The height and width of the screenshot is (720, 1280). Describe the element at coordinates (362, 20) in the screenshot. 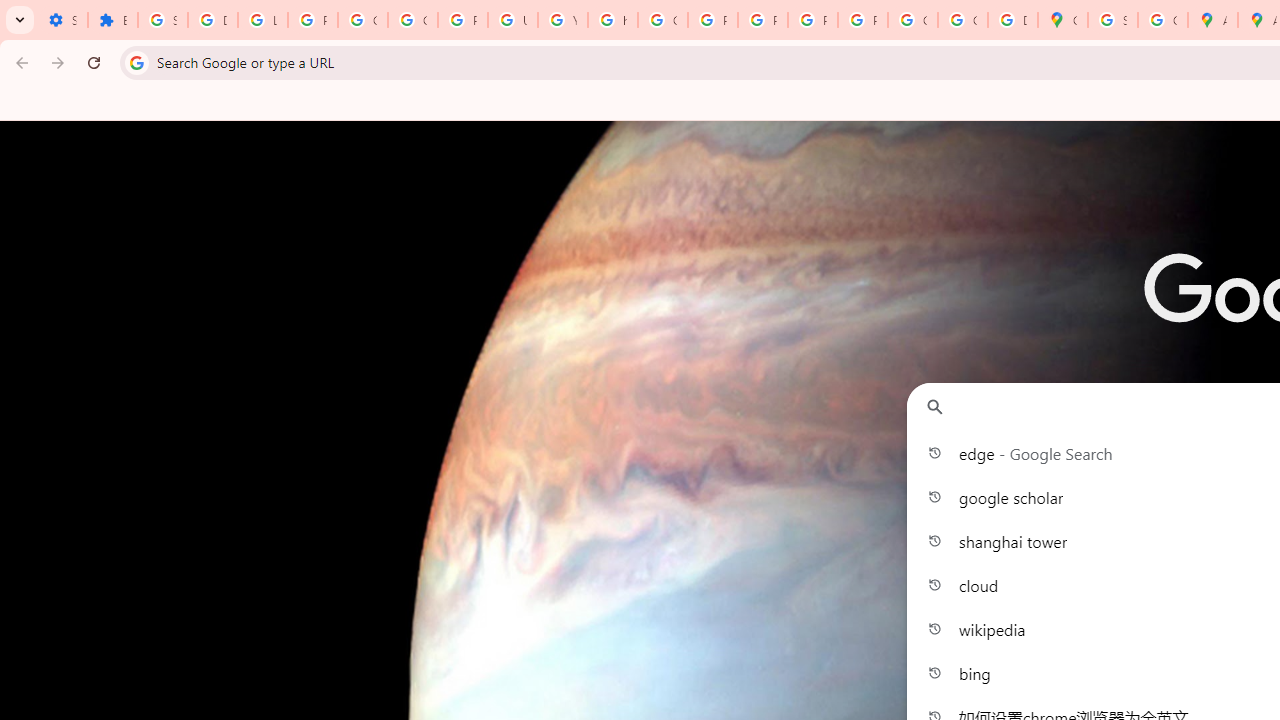

I see `'Google Account Help'` at that location.